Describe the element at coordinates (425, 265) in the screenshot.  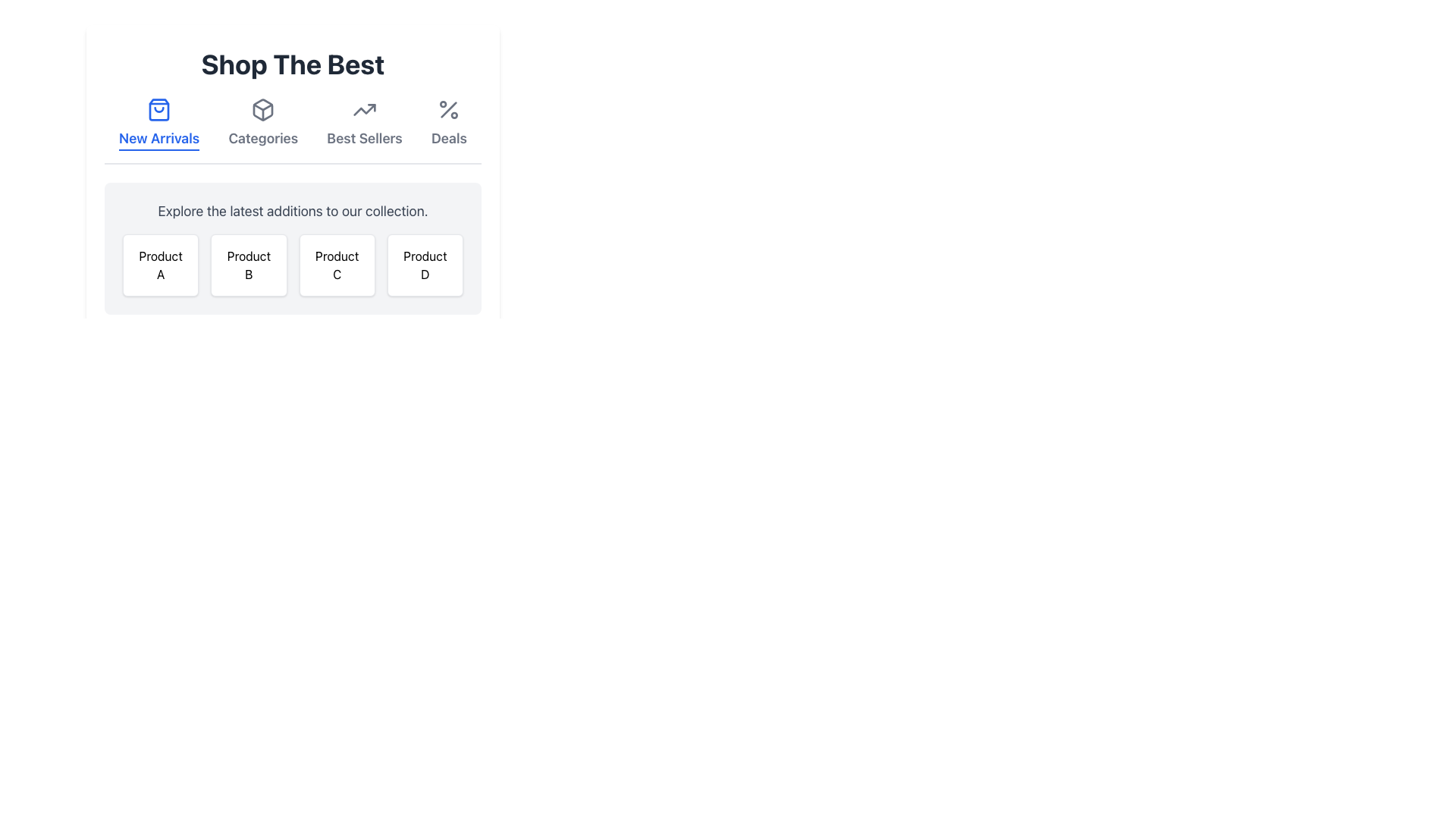
I see `the Text label displaying 'Product D', which is part of the grid layout under the section 'Explore the latest additions to our collection.'` at that location.